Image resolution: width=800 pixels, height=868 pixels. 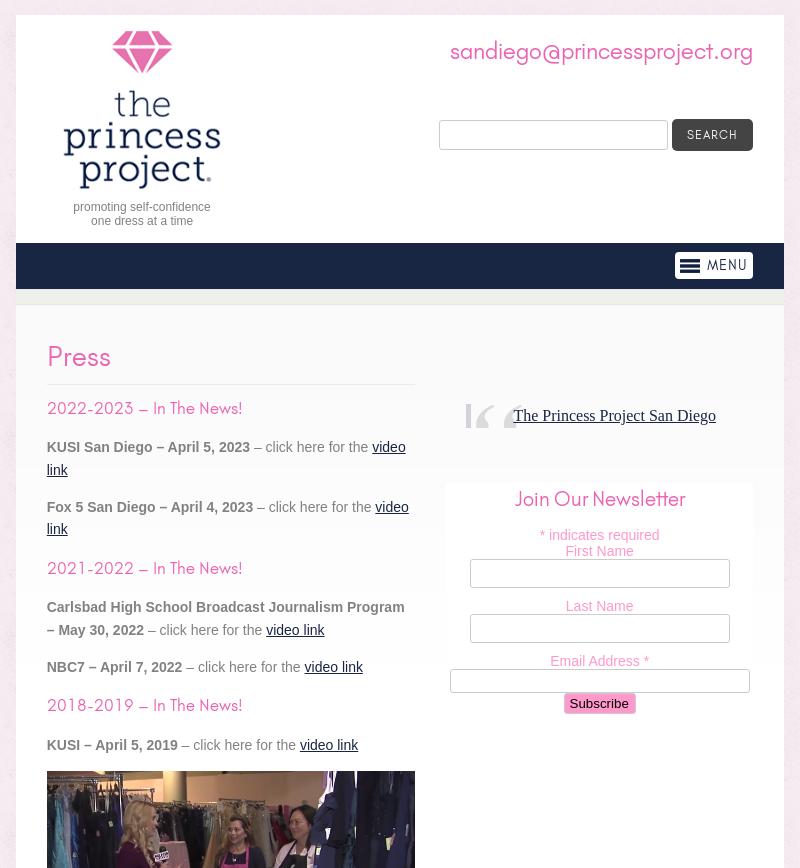 I want to click on 'Search', so click(x=711, y=134).